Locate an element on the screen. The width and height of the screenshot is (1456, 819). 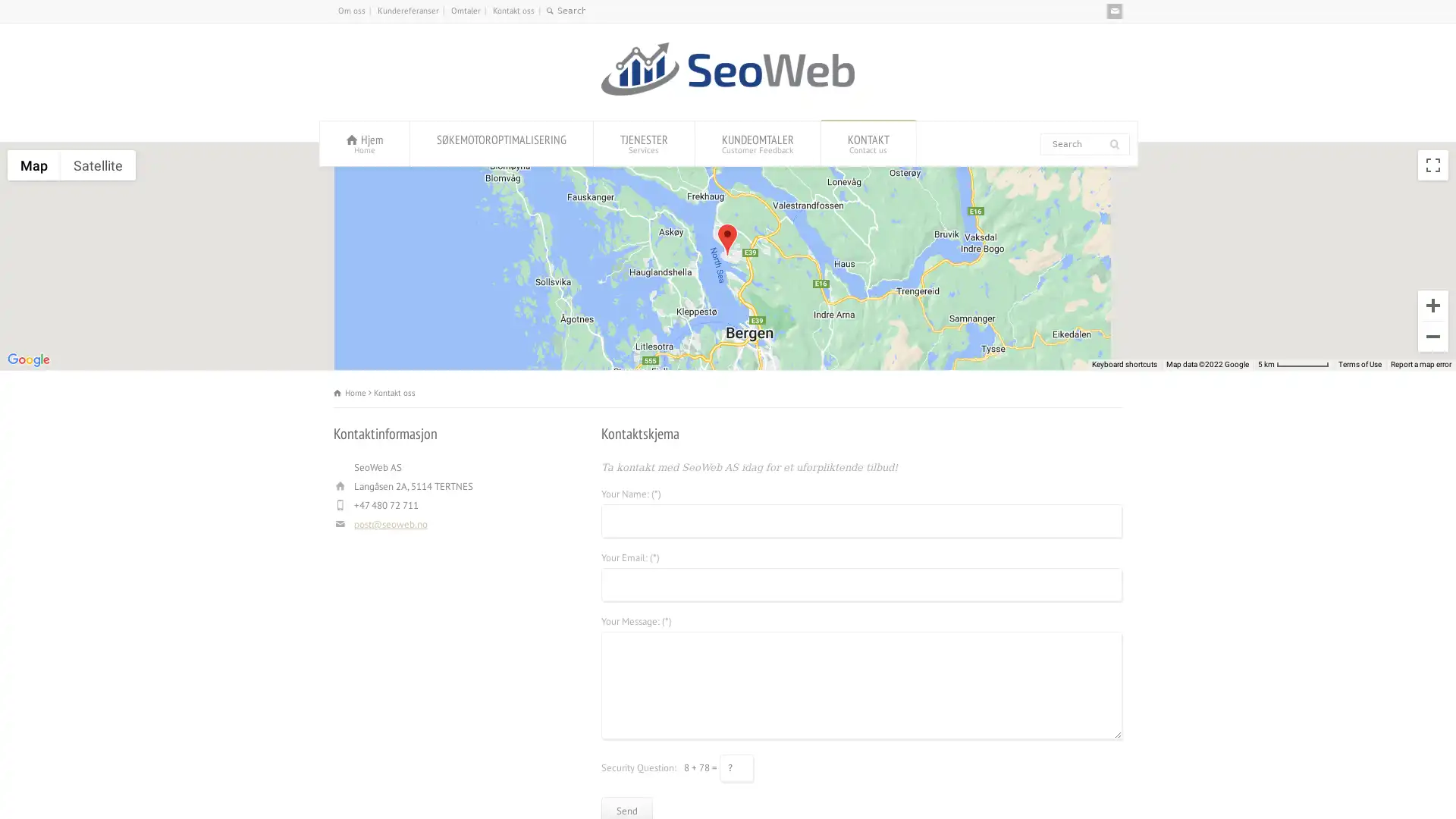
Zoom out is located at coordinates (1432, 335).